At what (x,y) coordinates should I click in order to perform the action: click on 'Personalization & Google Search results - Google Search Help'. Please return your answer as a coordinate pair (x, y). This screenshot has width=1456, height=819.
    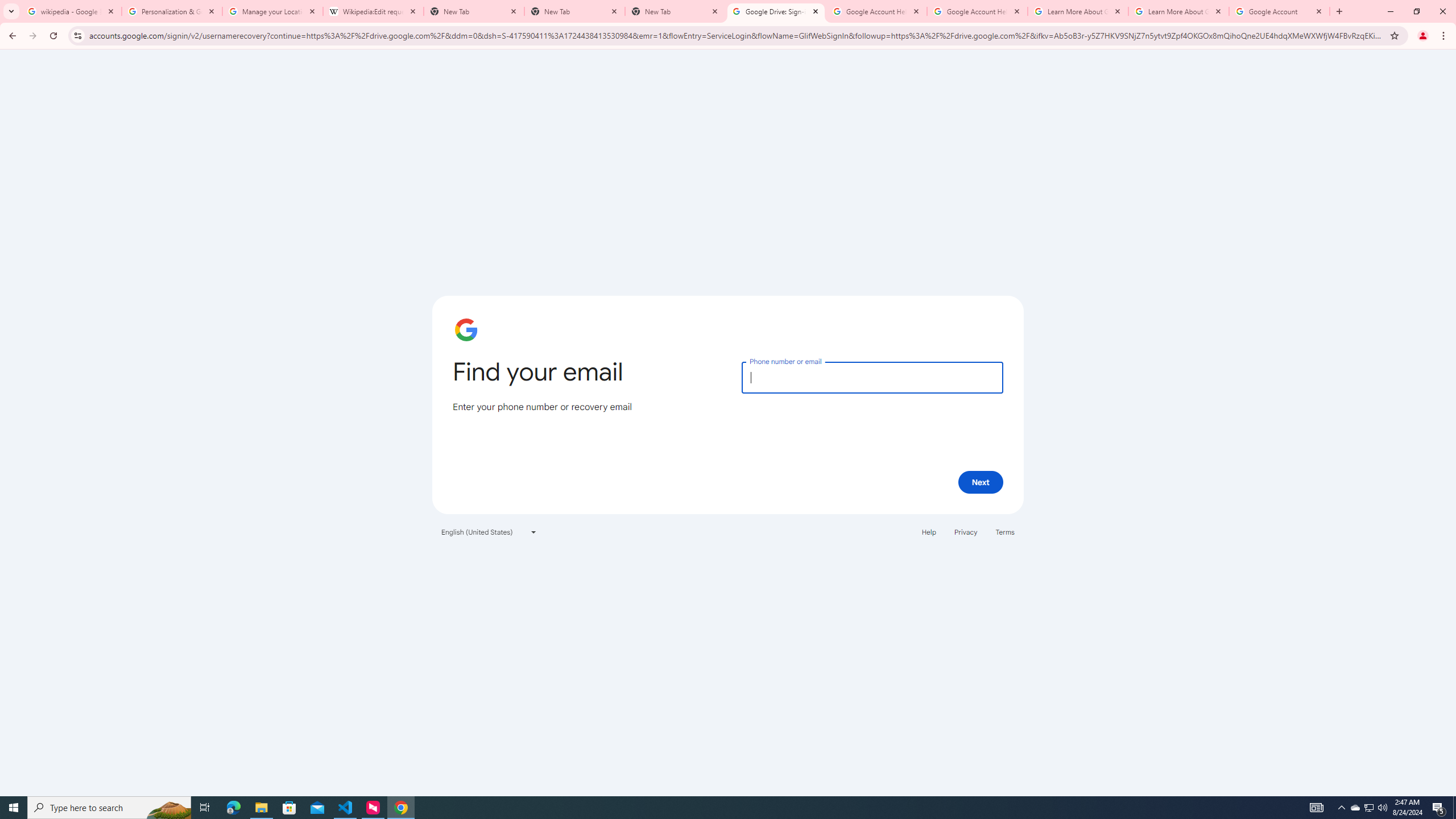
    Looking at the image, I should click on (171, 11).